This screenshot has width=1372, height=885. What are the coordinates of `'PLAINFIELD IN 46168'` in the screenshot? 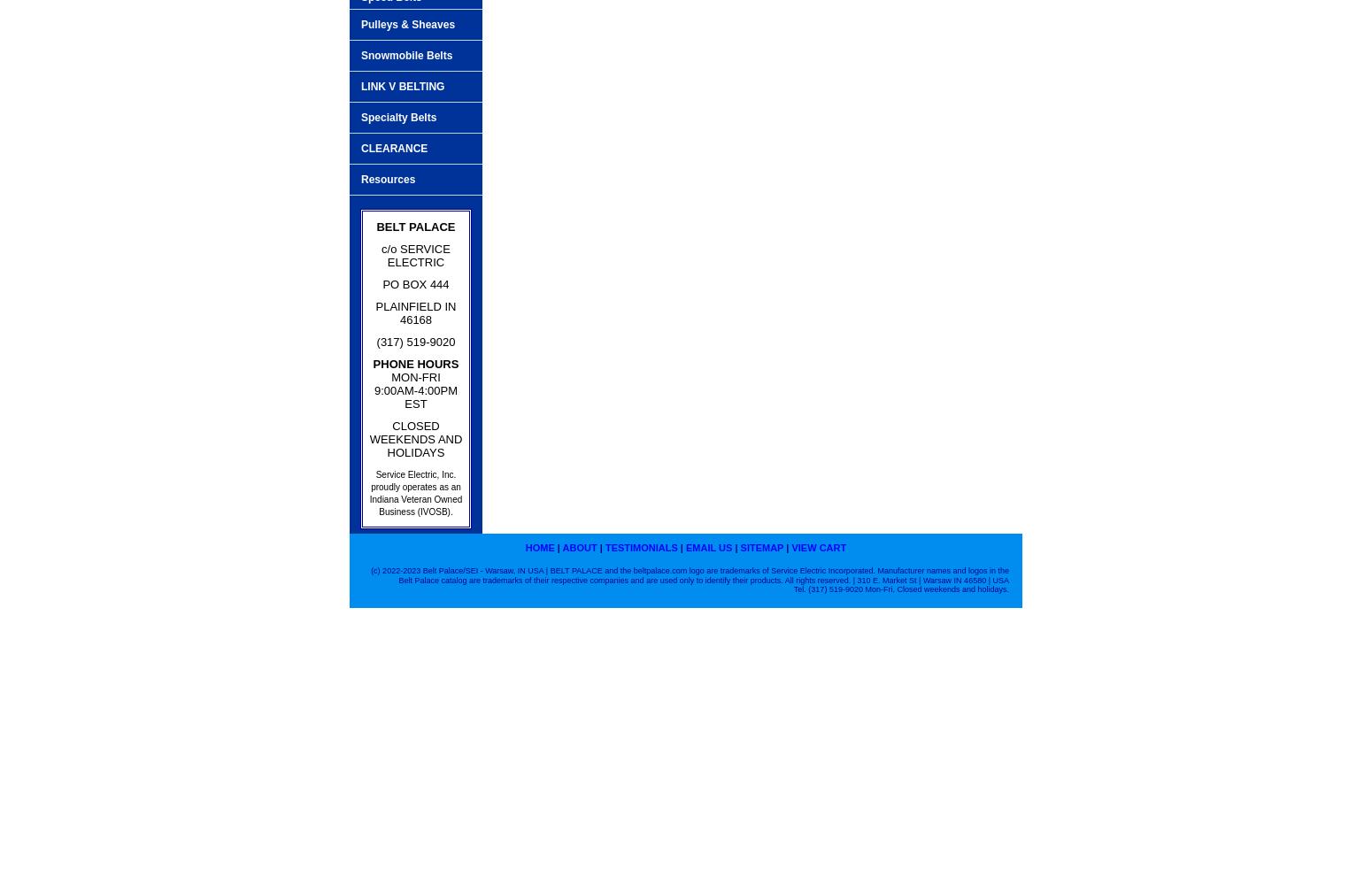 It's located at (414, 312).